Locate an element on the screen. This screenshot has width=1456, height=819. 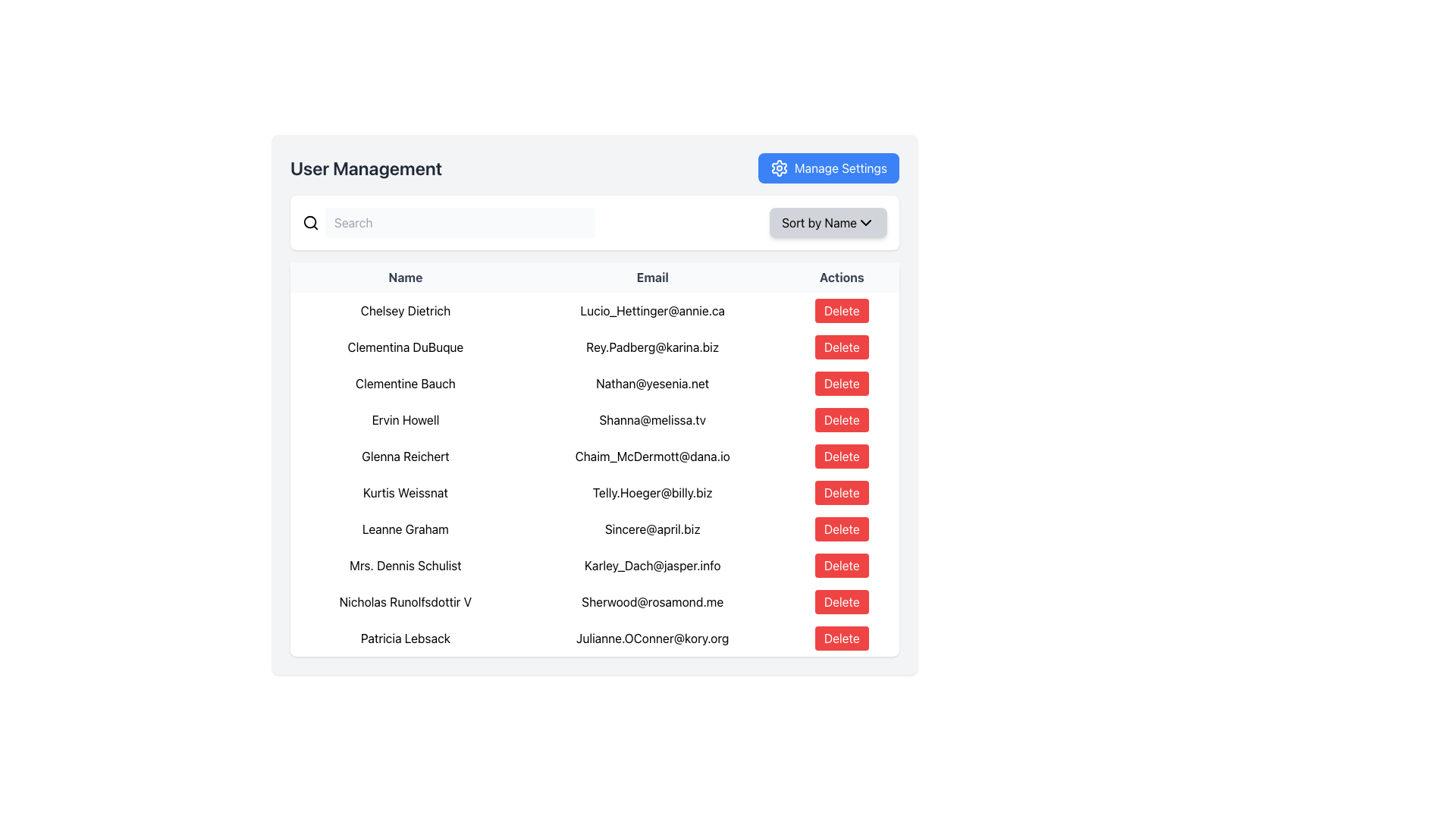
the Text Label displaying the email address 'Telly.Hoeger@billy.biz' in the 'Email' column of the row for user 'Kurtis Weissnat' is located at coordinates (652, 493).